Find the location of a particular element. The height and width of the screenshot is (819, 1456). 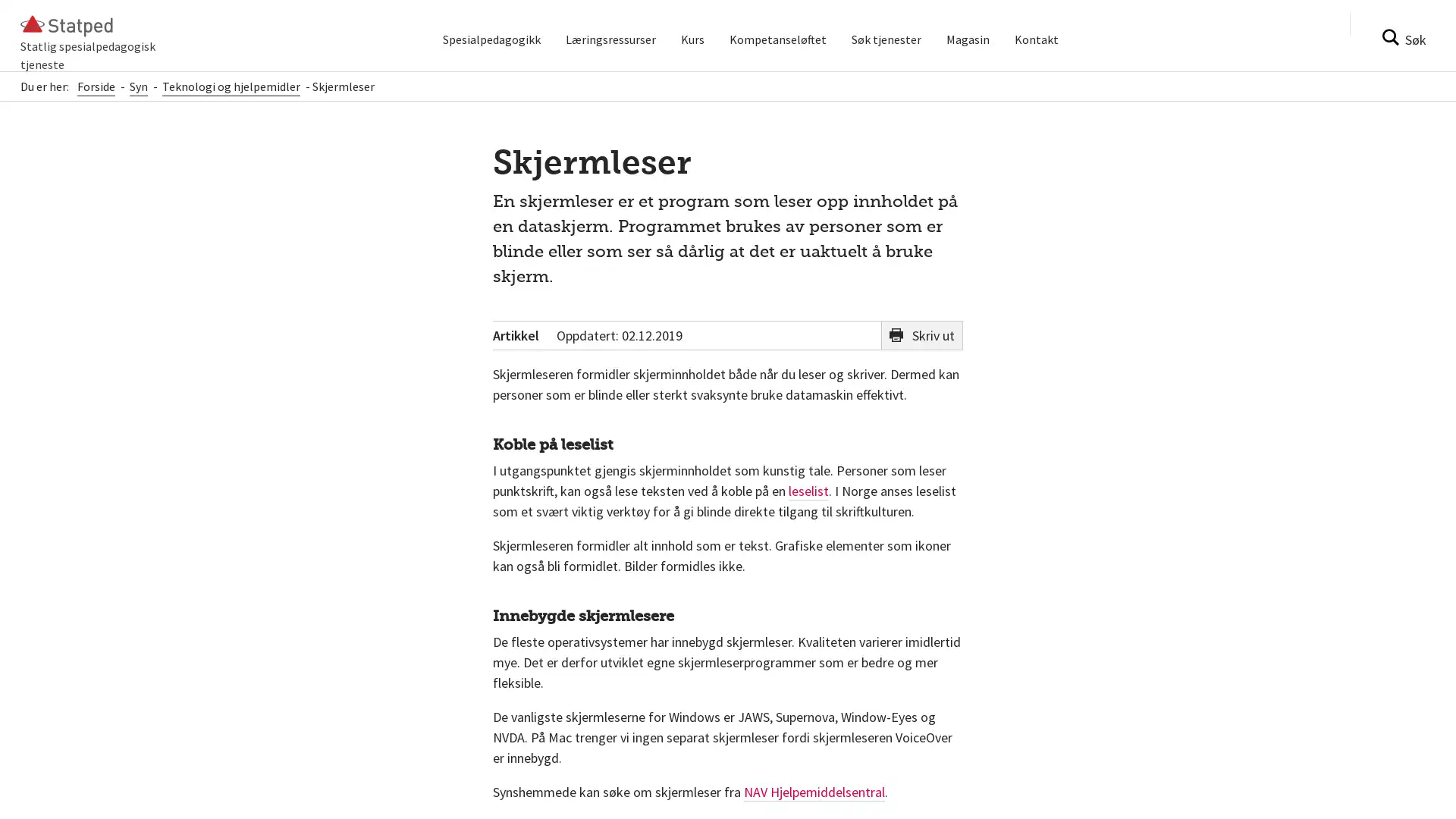

Skriv ut is located at coordinates (921, 347).